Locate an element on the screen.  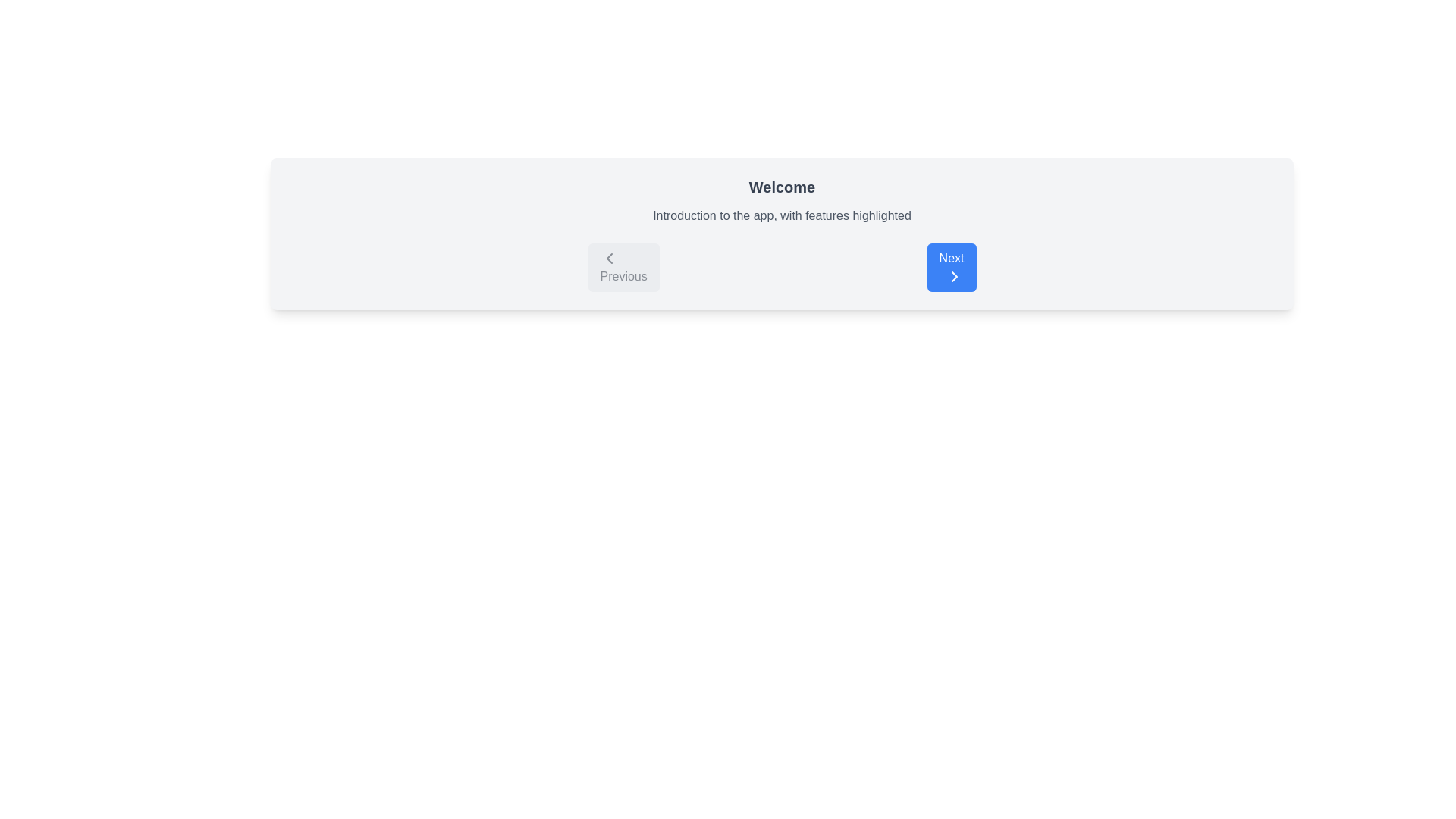
the disabled navigation button located to the left of the 'Next' button in the navigation section is located at coordinates (623, 267).